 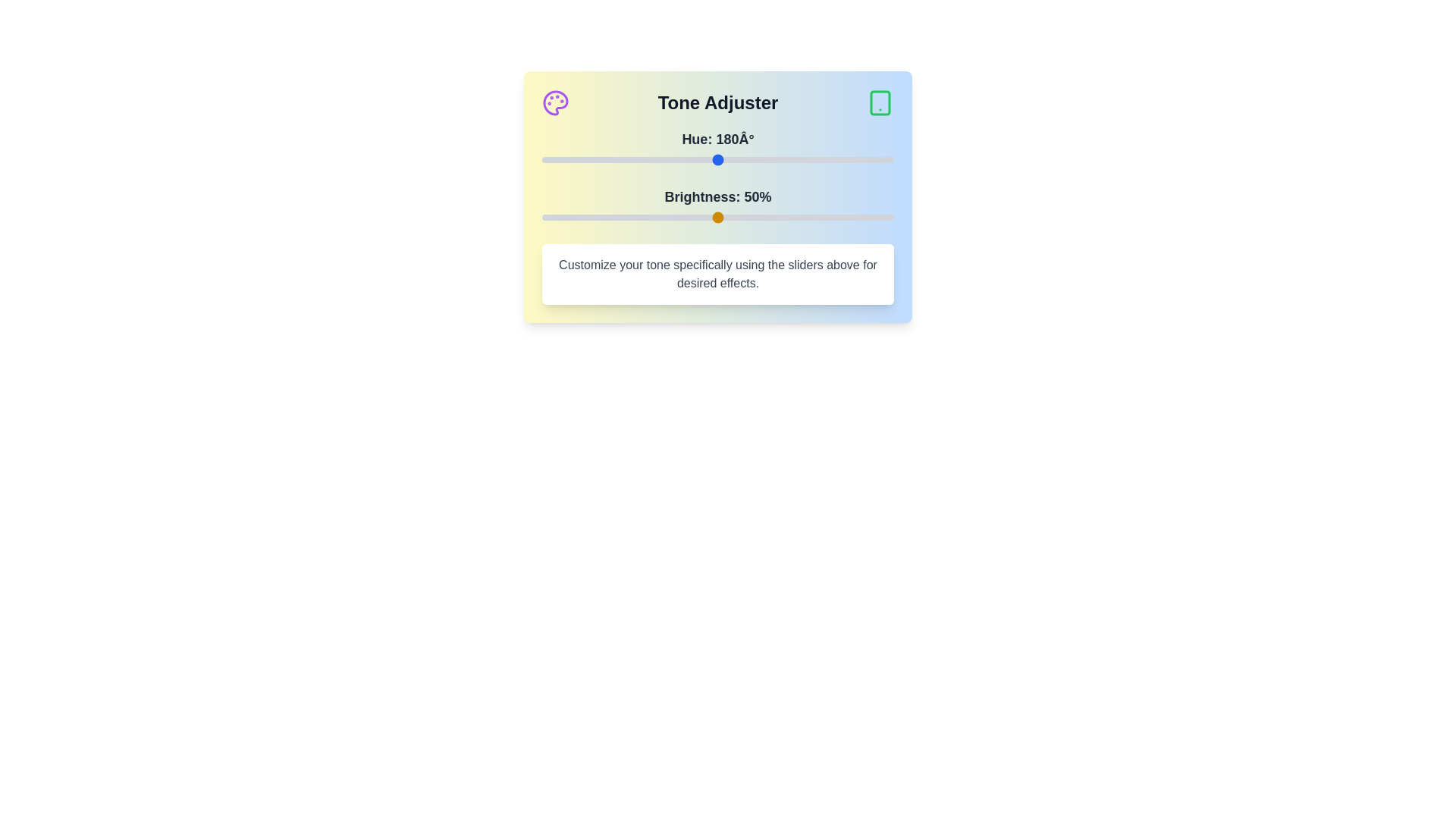 What do you see at coordinates (707, 217) in the screenshot?
I see `the brightness slider to 47%` at bounding box center [707, 217].